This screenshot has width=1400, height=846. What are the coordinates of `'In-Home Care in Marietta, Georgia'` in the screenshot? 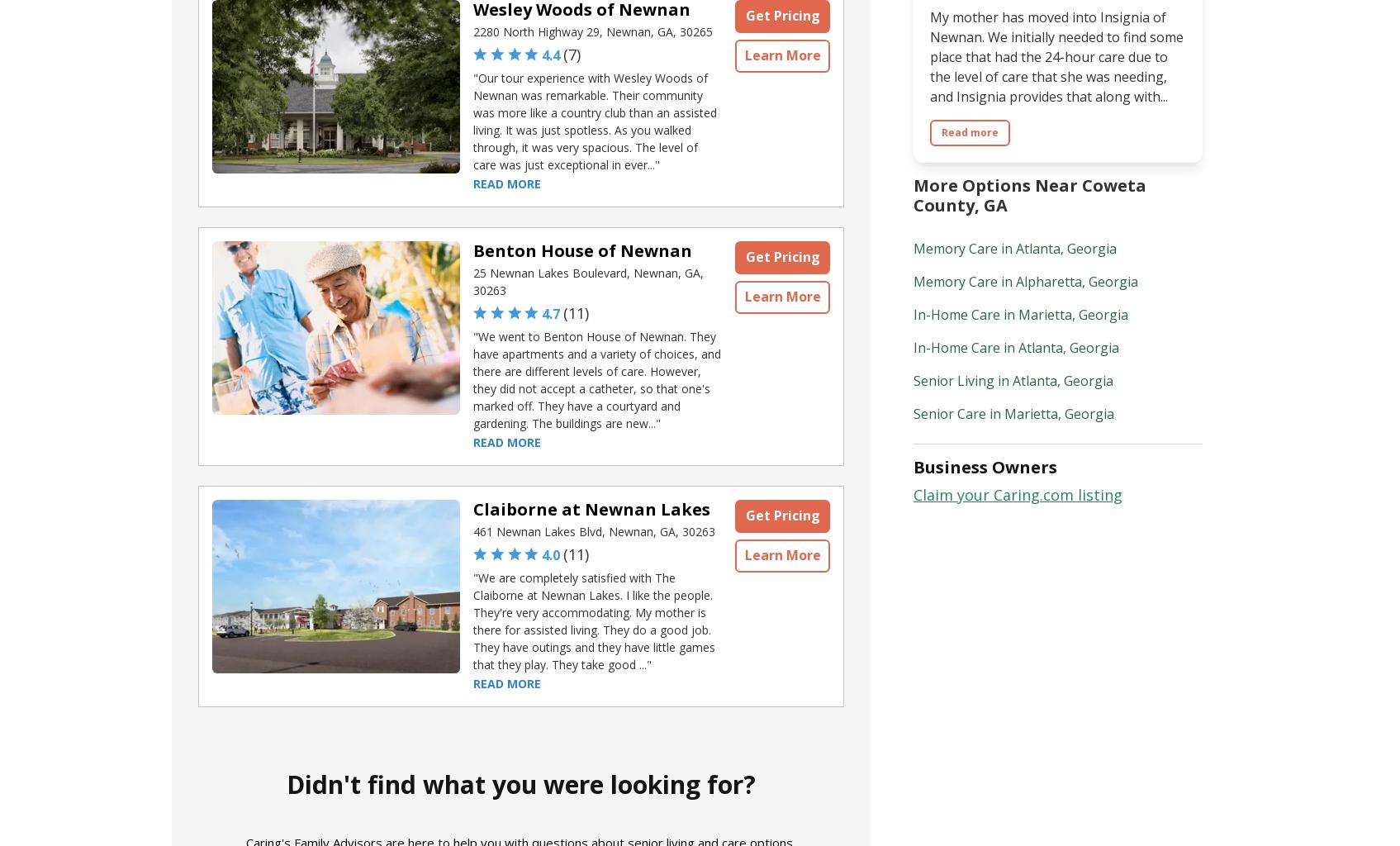 It's located at (1020, 314).